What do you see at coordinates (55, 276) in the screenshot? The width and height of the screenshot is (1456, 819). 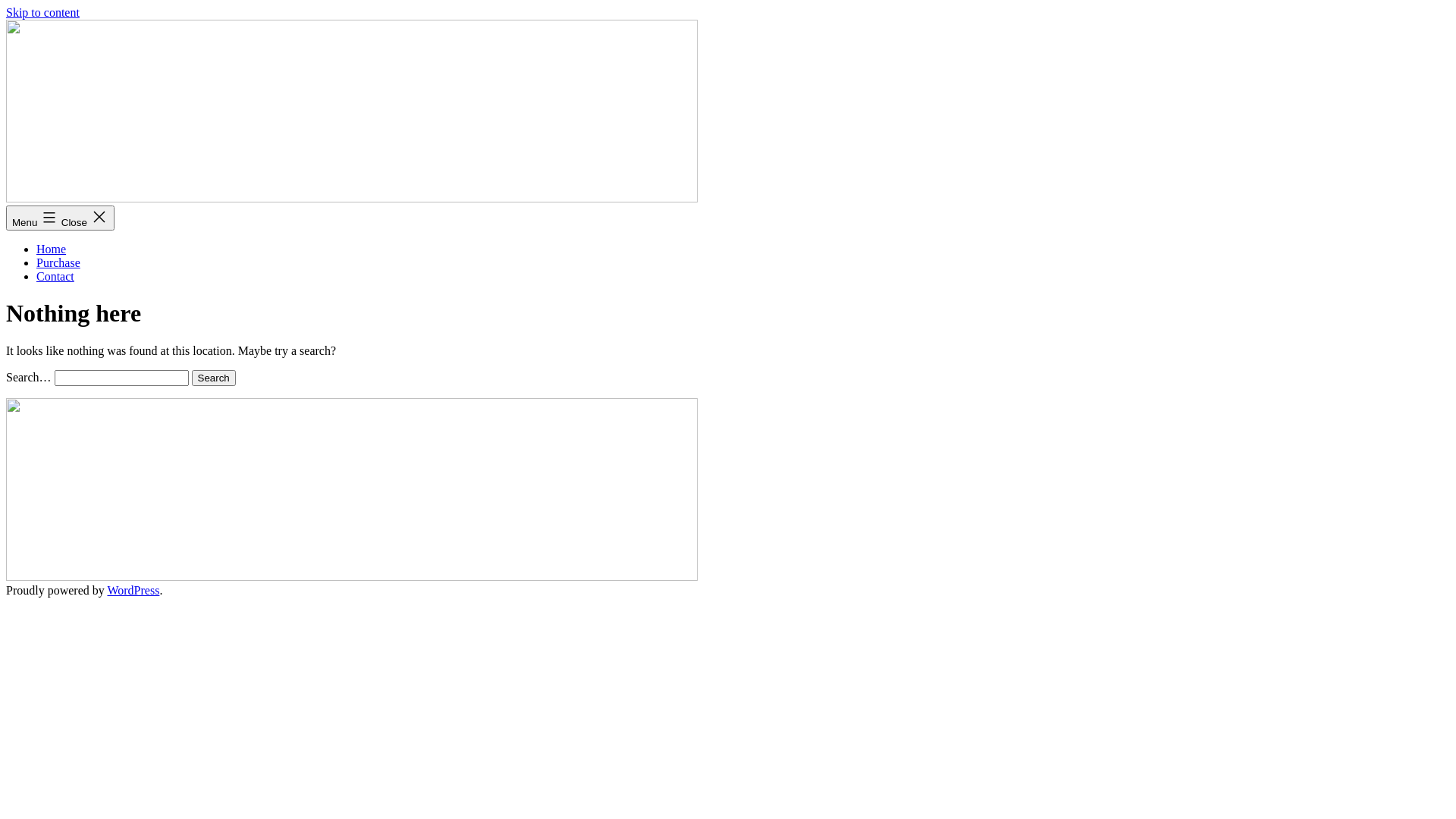 I see `'Contact'` at bounding box center [55, 276].